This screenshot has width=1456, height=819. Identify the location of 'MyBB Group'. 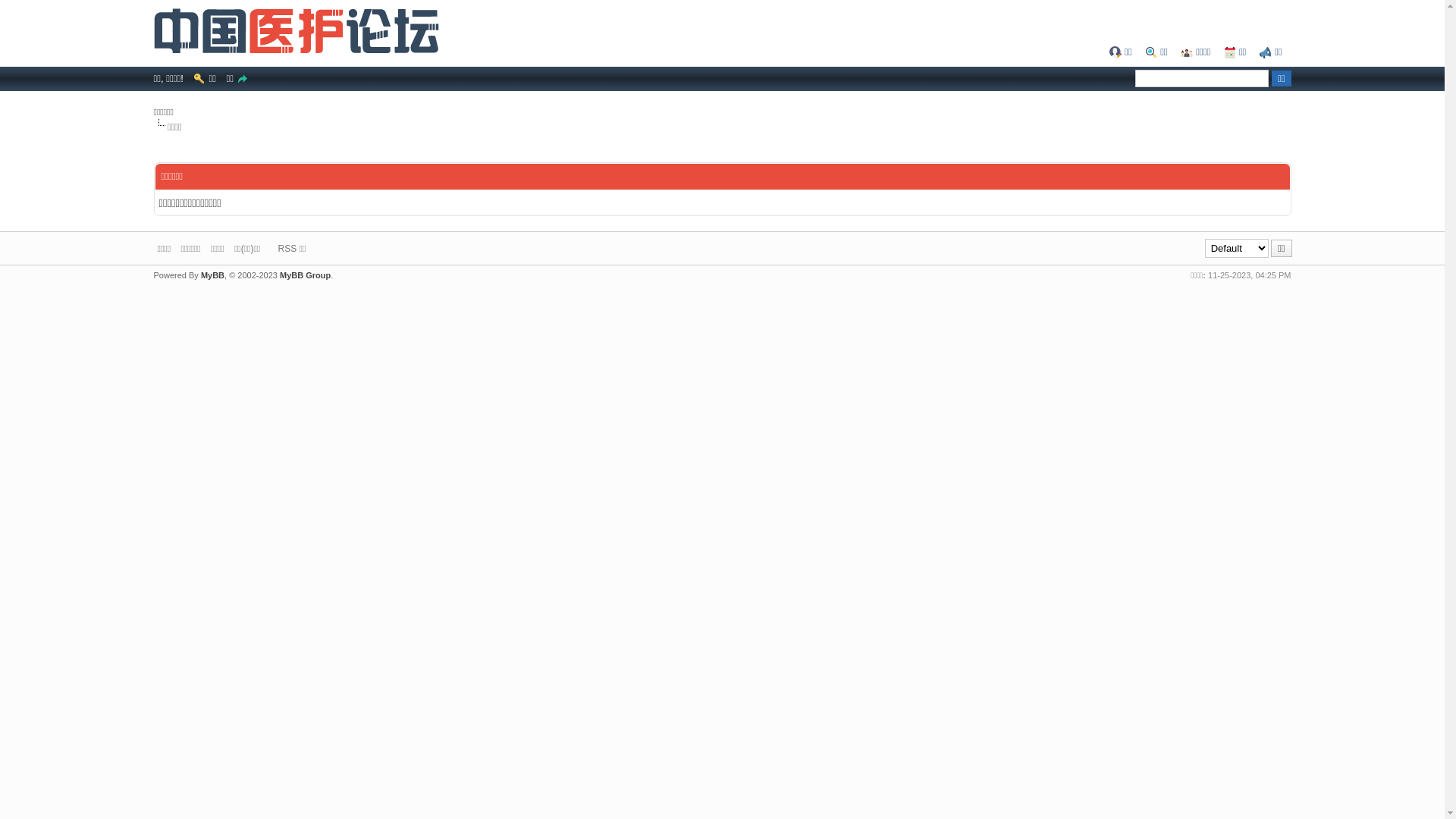
(280, 275).